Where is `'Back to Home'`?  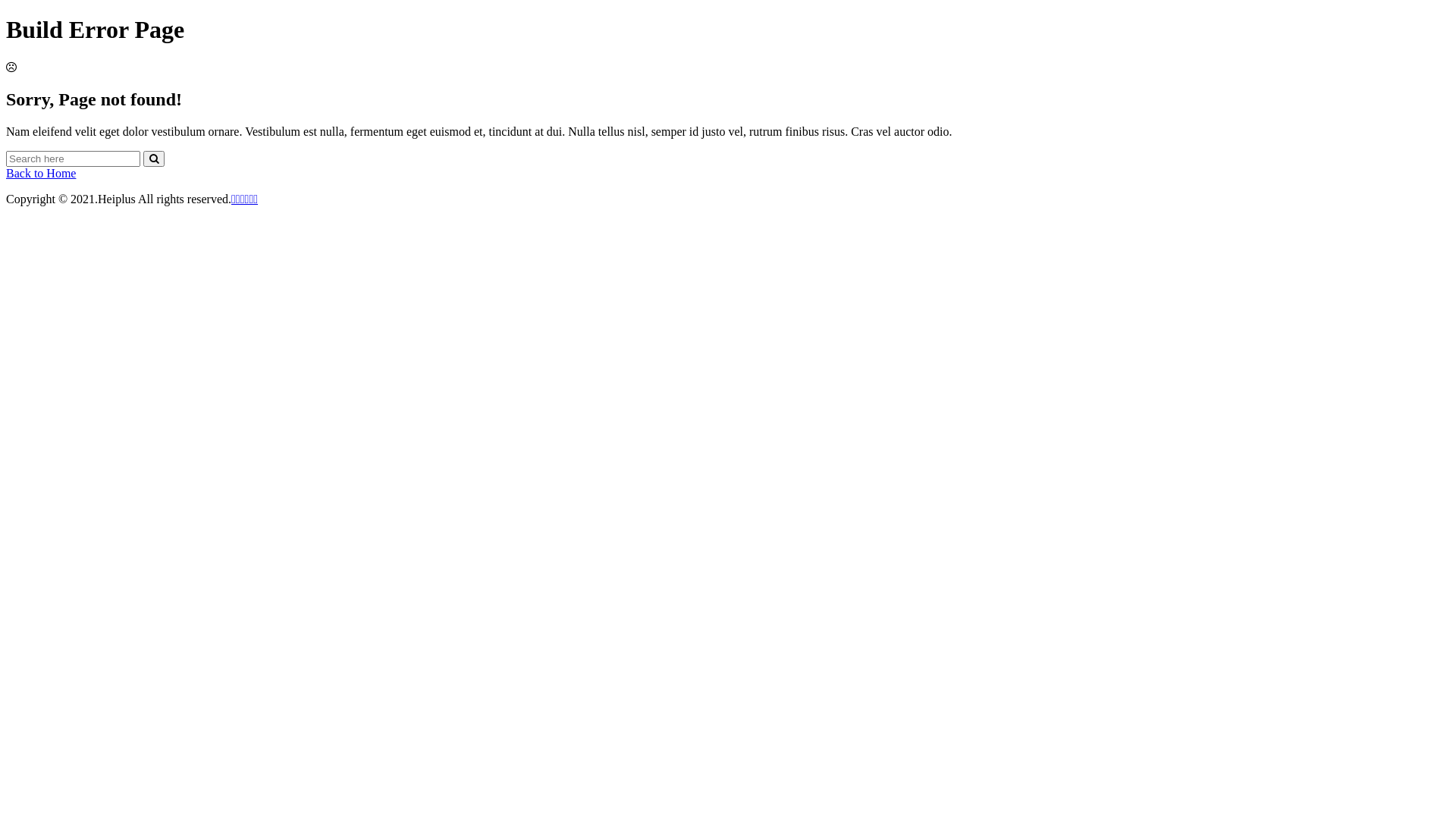 'Back to Home' is located at coordinates (6, 172).